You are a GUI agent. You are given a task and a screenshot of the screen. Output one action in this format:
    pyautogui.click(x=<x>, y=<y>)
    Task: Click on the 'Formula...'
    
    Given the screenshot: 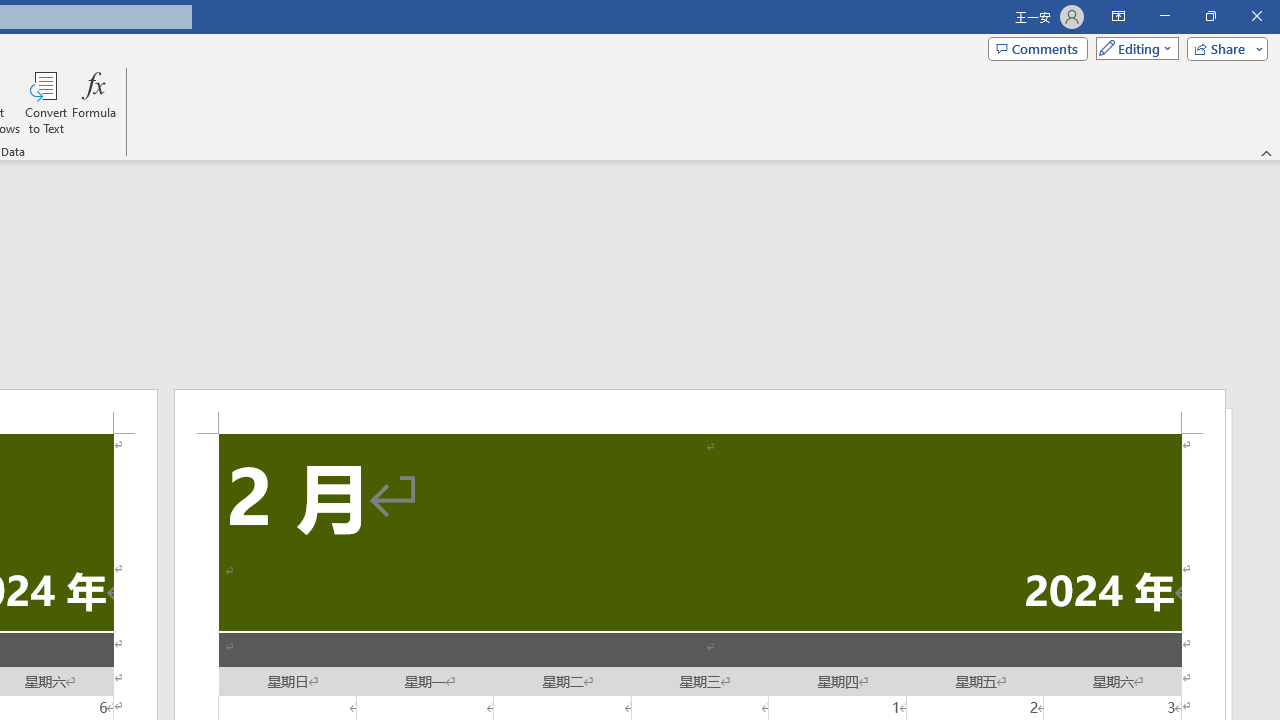 What is the action you would take?
    pyautogui.click(x=93, y=103)
    